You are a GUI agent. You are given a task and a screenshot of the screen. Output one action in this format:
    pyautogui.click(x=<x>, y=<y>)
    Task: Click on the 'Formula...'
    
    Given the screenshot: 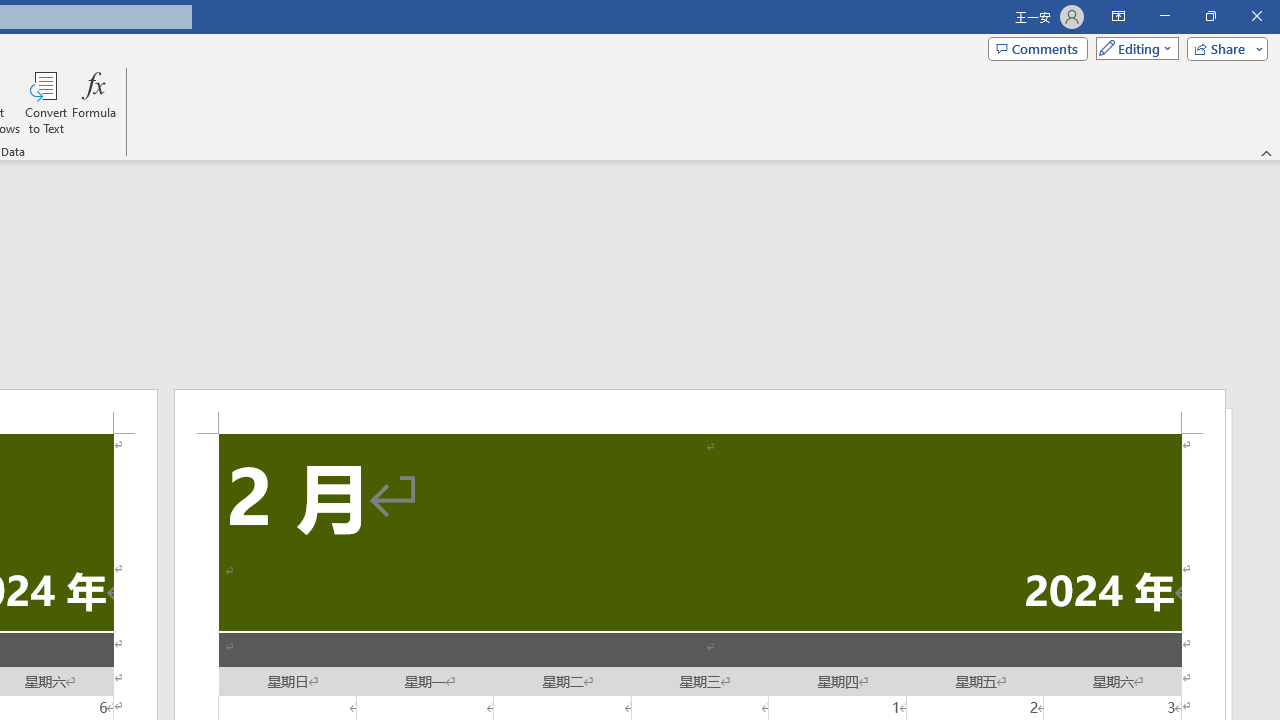 What is the action you would take?
    pyautogui.click(x=93, y=103)
    